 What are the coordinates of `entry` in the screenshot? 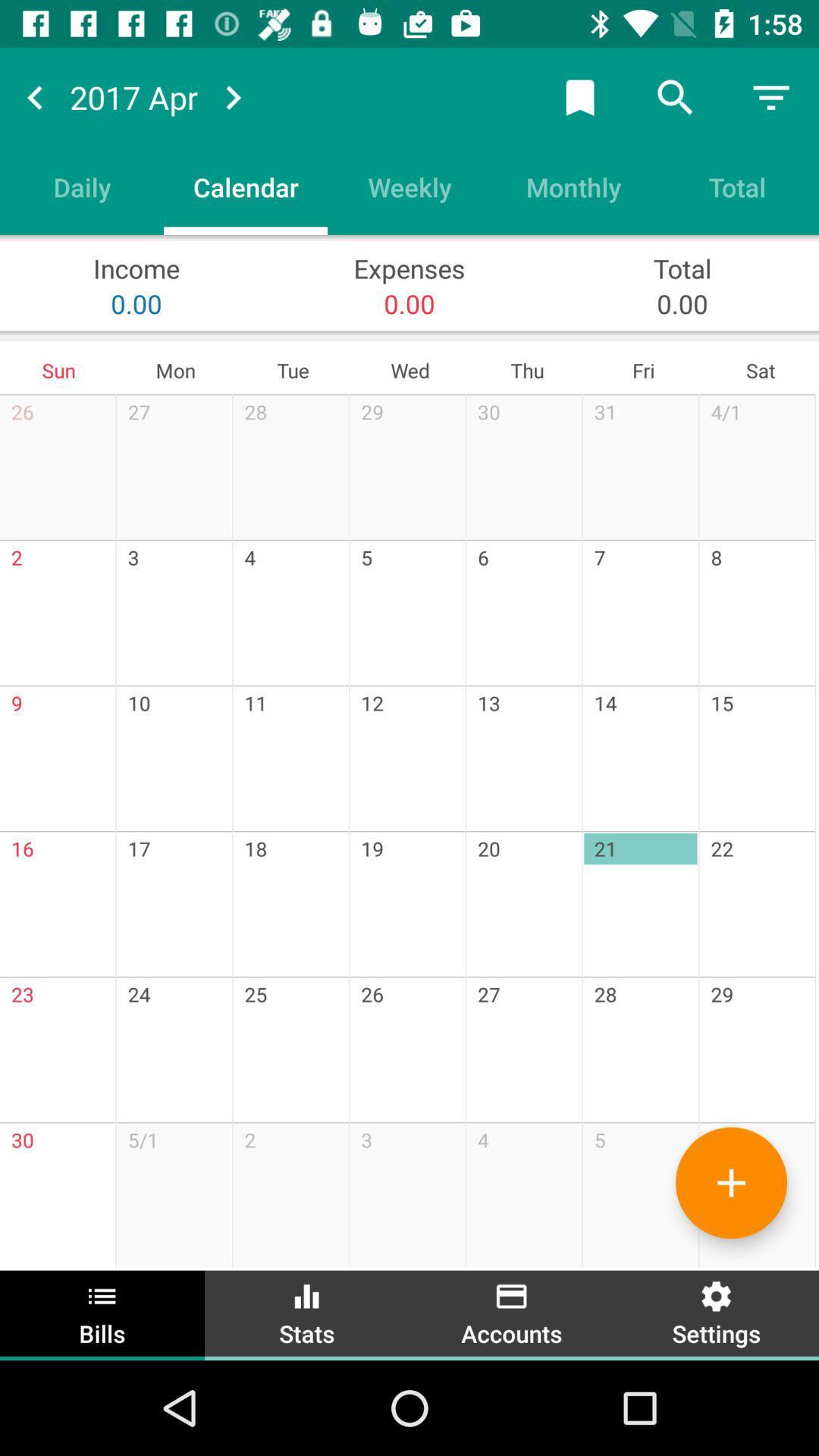 It's located at (730, 1182).